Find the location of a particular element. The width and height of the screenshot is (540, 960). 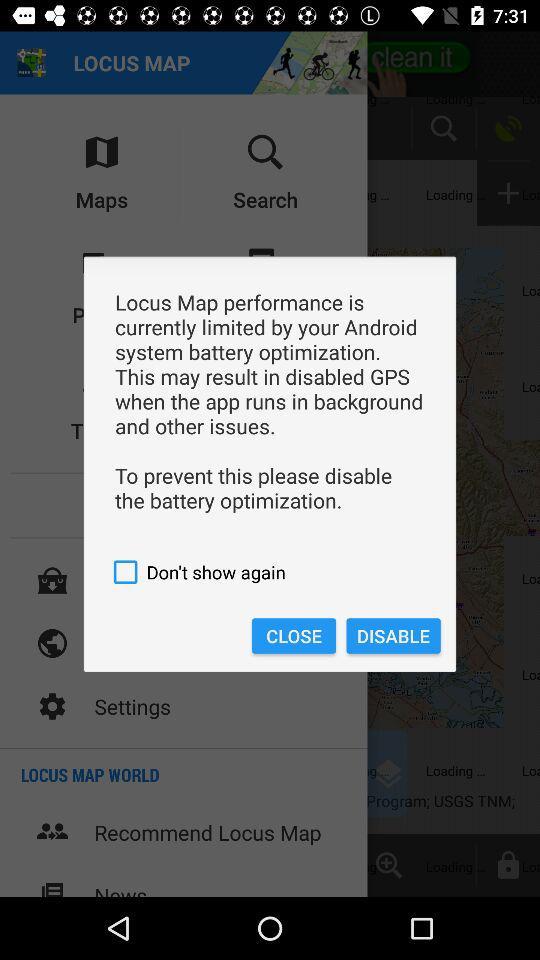

the icon above close is located at coordinates (270, 572).